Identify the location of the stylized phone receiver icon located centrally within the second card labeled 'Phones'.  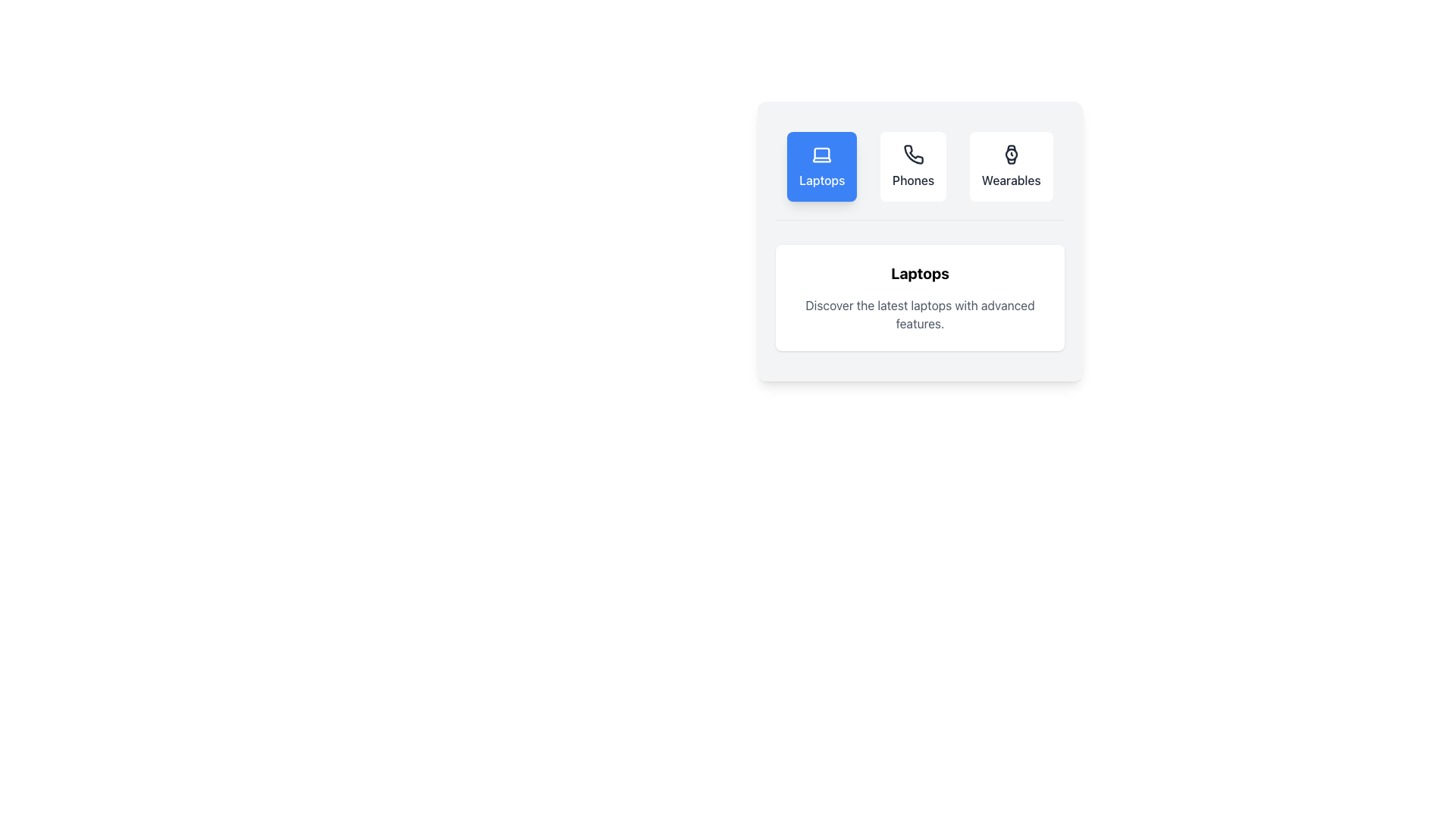
(912, 155).